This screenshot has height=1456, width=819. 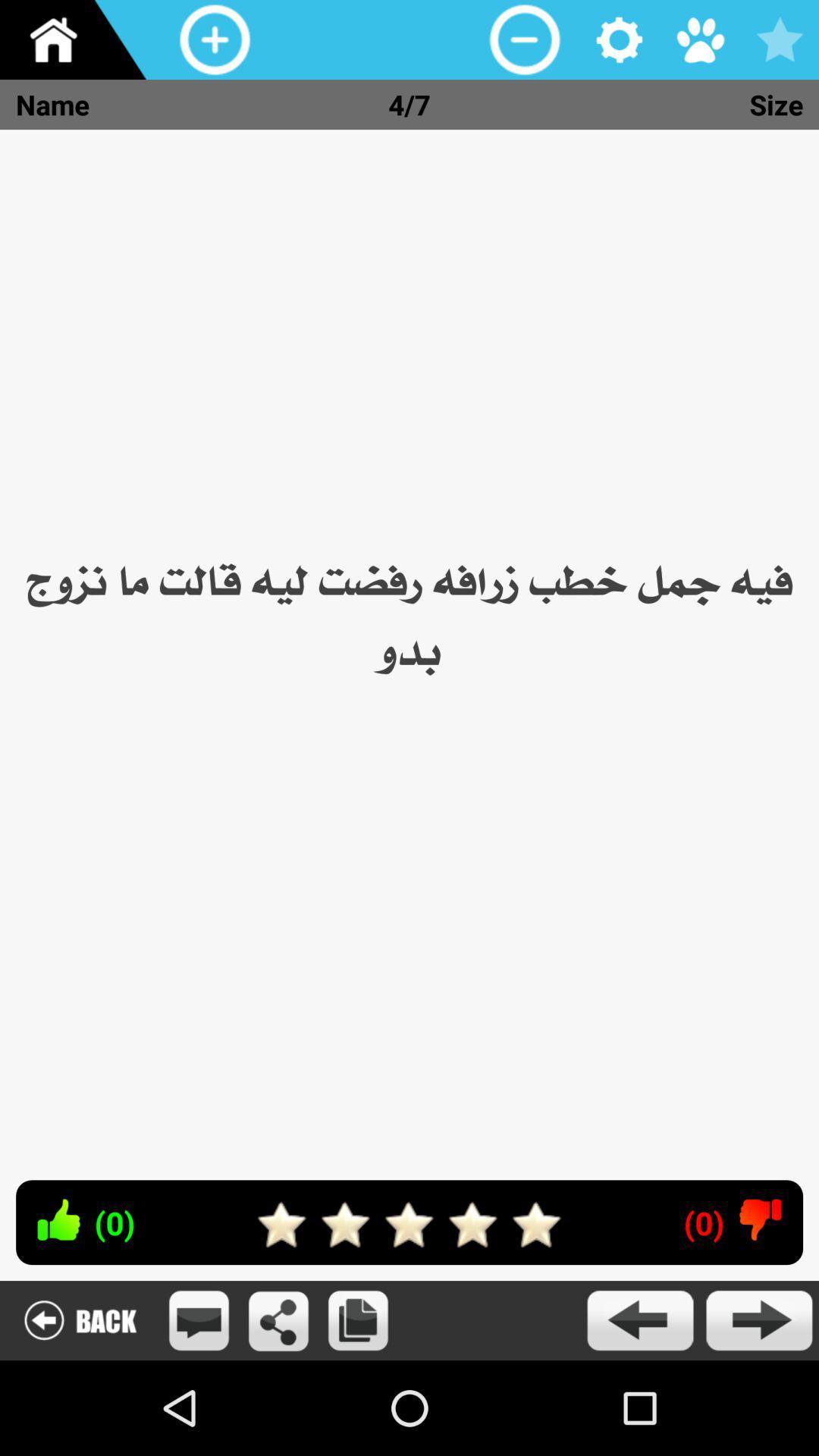 I want to click on go back, so click(x=639, y=1319).